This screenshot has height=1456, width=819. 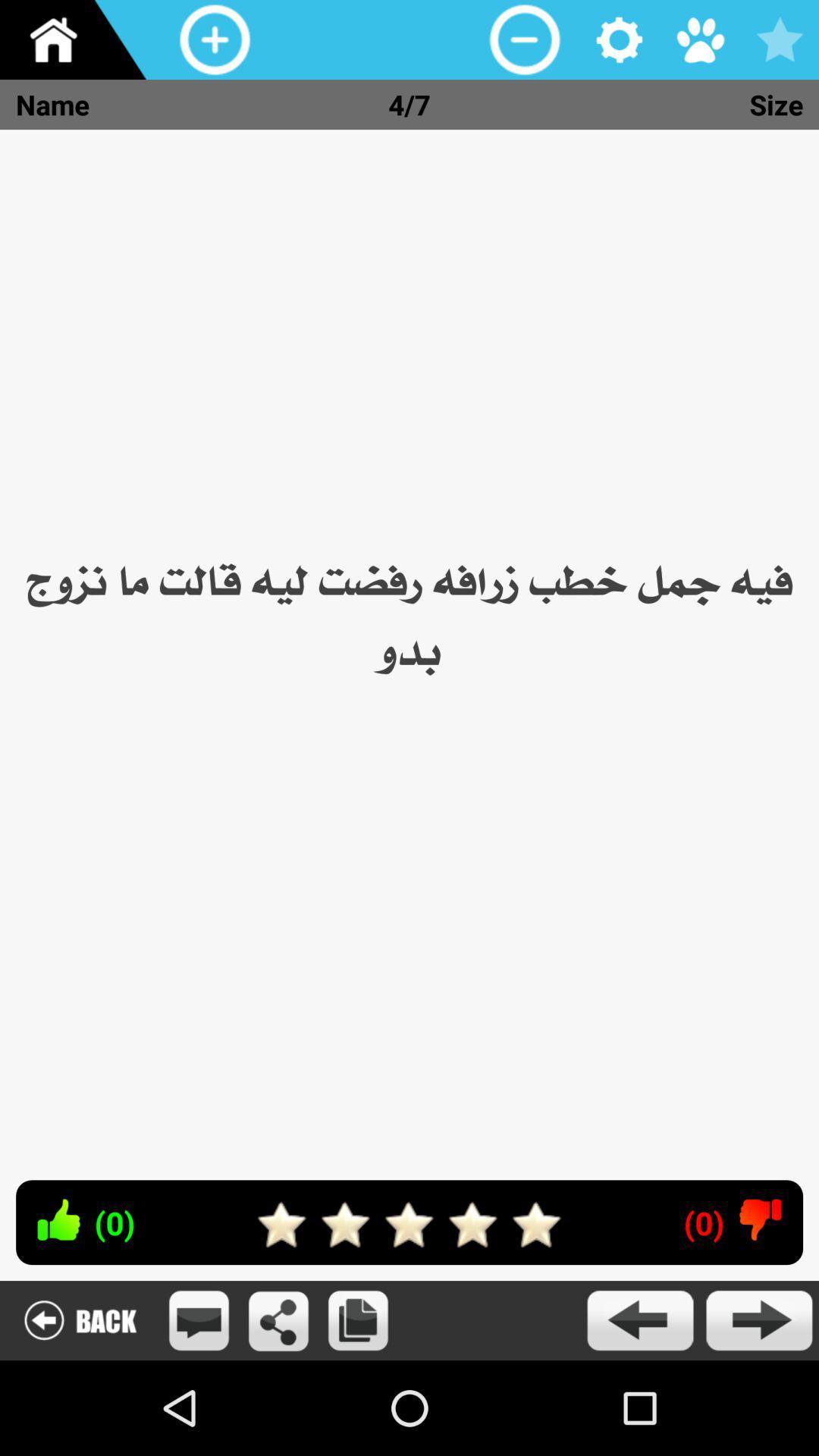 I want to click on go back, so click(x=639, y=1319).